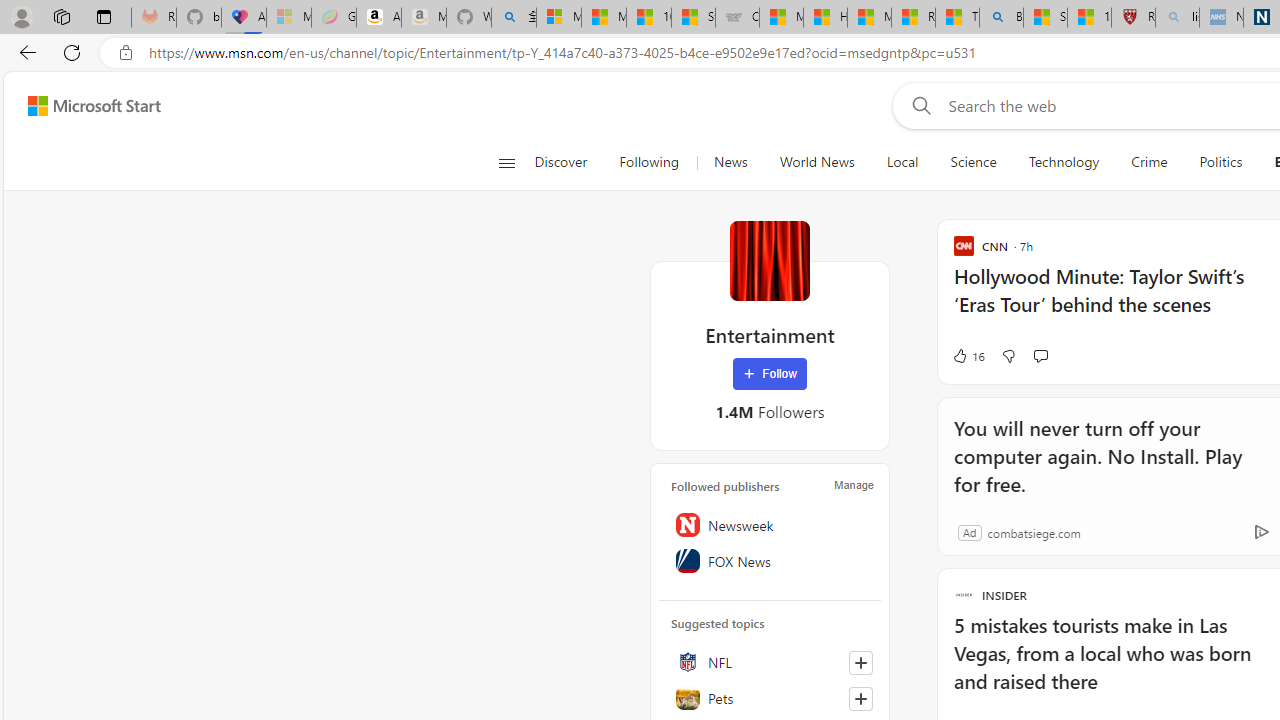 This screenshot has height=720, width=1280. What do you see at coordinates (769, 561) in the screenshot?
I see `'FOX News'` at bounding box center [769, 561].